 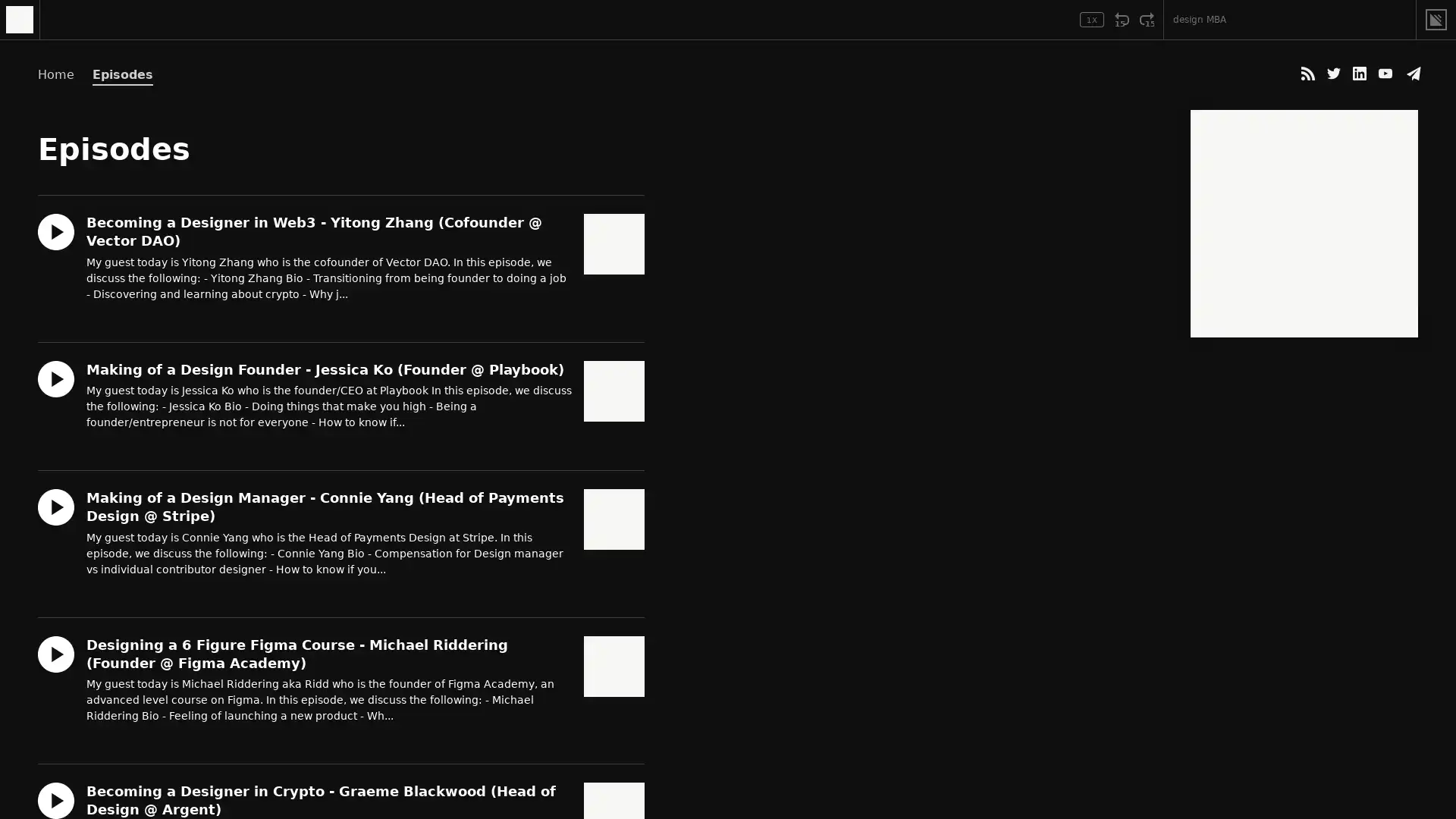 I want to click on Open Player Settings, so click(x=1048, y=20).